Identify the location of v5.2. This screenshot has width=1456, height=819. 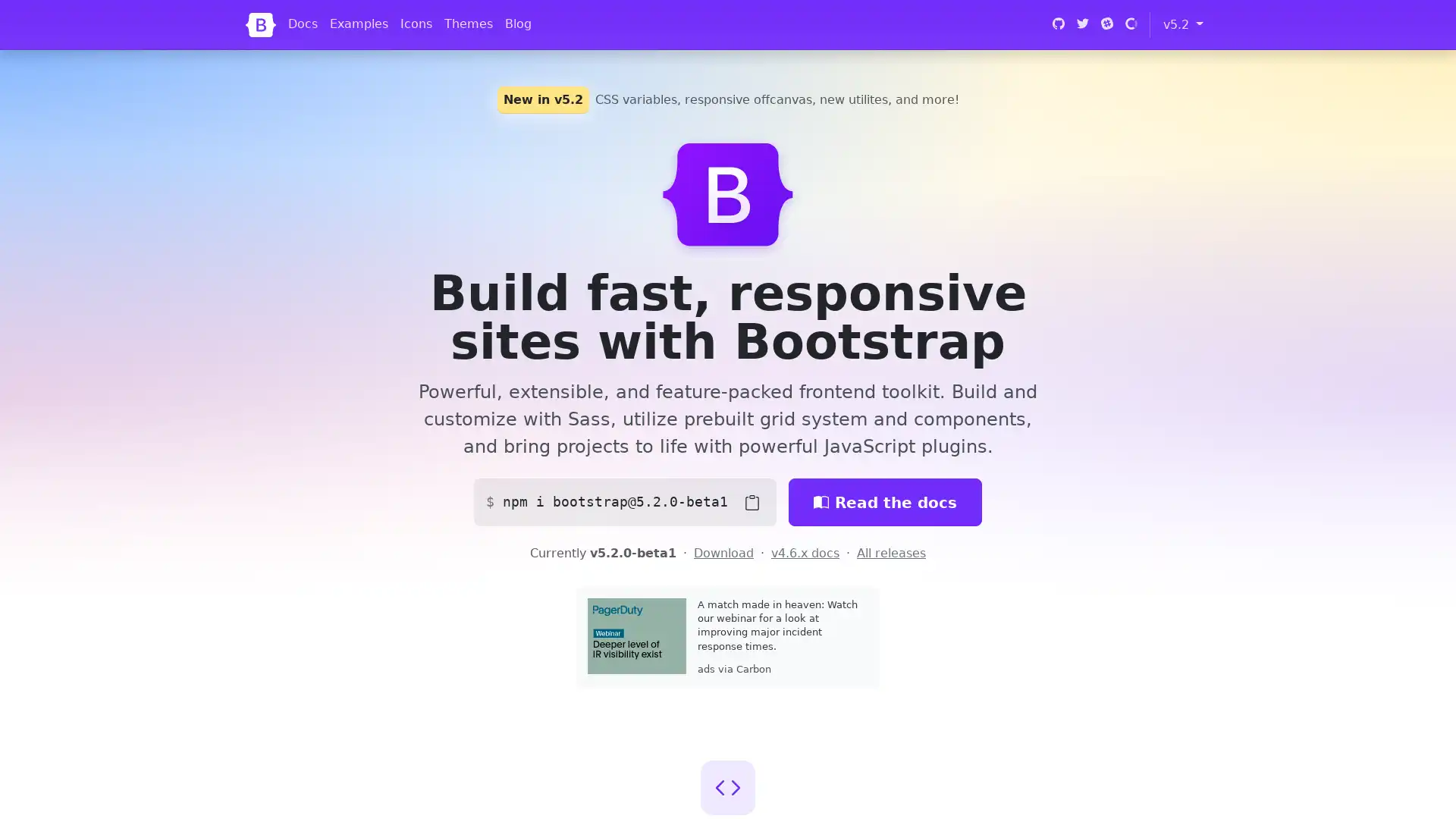
(1182, 25).